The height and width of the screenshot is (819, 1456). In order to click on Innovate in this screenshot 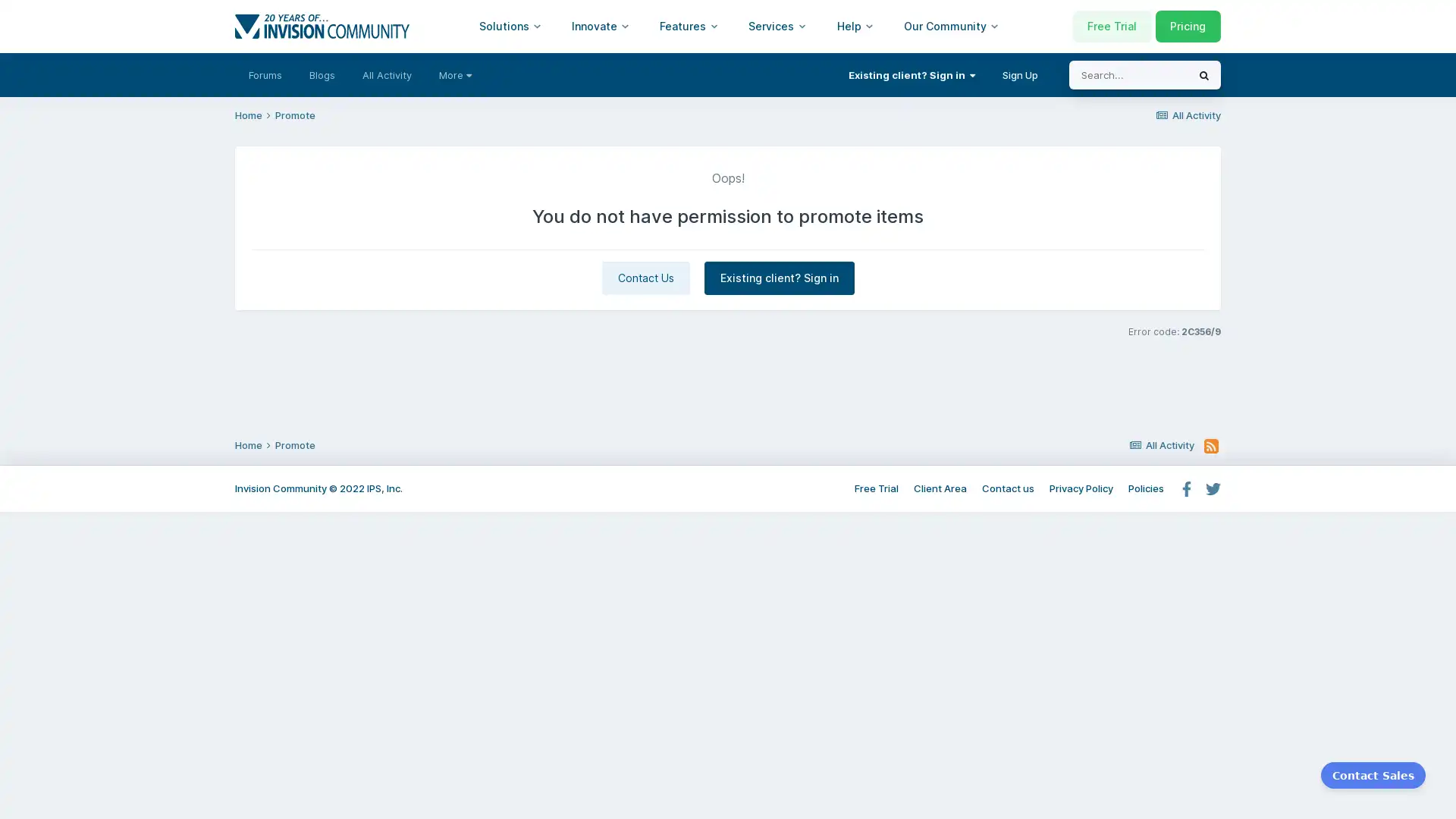, I will do `click(600, 26)`.